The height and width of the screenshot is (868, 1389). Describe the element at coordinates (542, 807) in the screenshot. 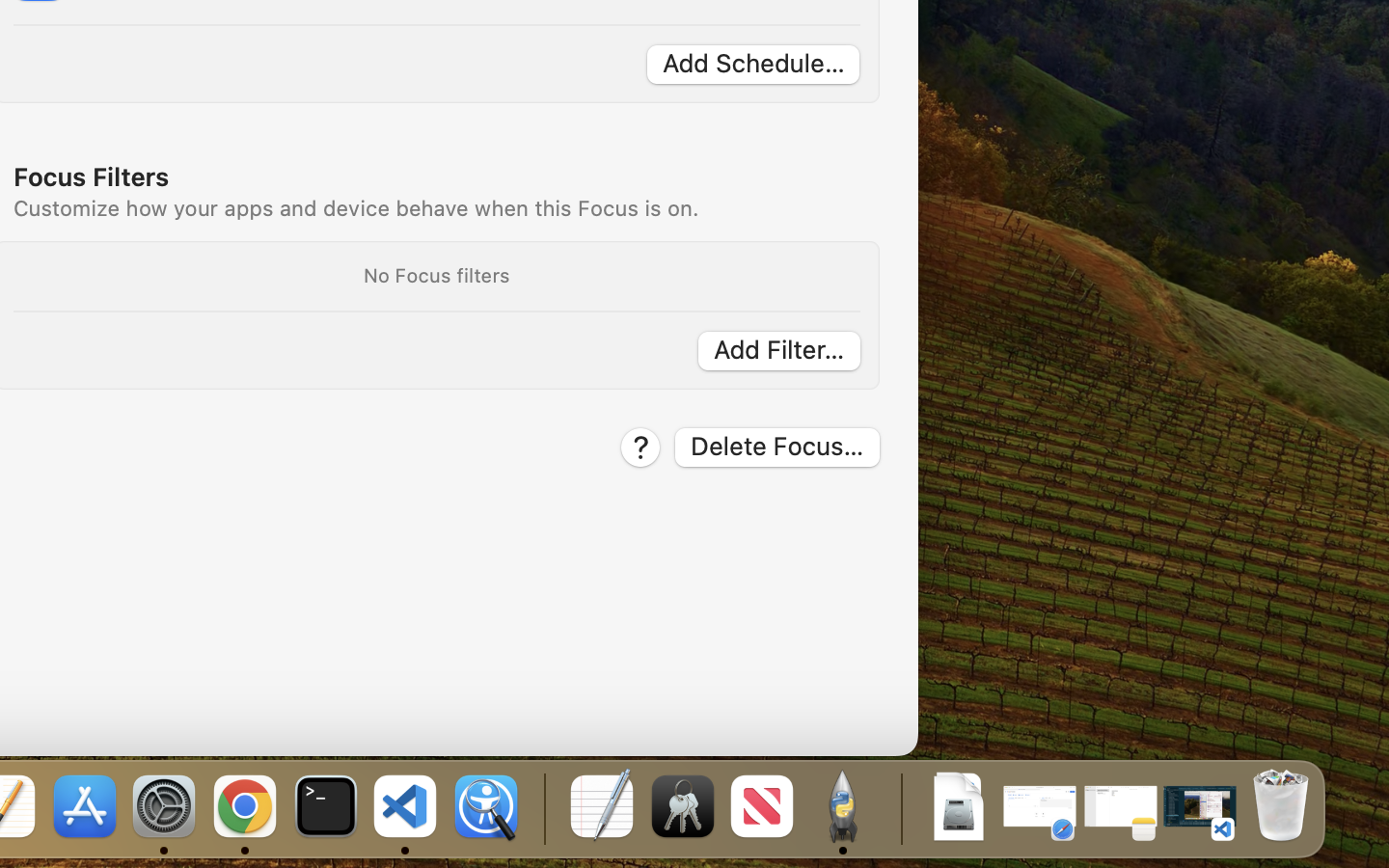

I see `'0.4285714328289032'` at that location.